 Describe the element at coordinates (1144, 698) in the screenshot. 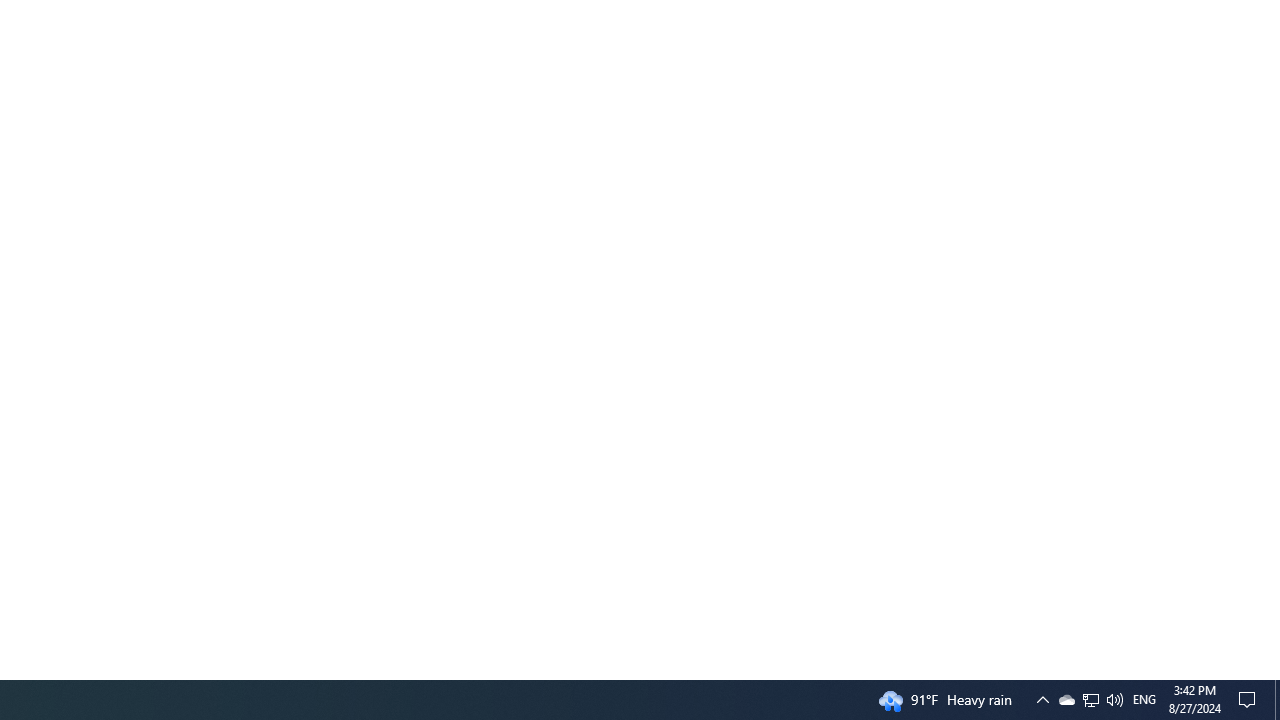

I see `'Tray Input Indicator - English (United States)'` at that location.